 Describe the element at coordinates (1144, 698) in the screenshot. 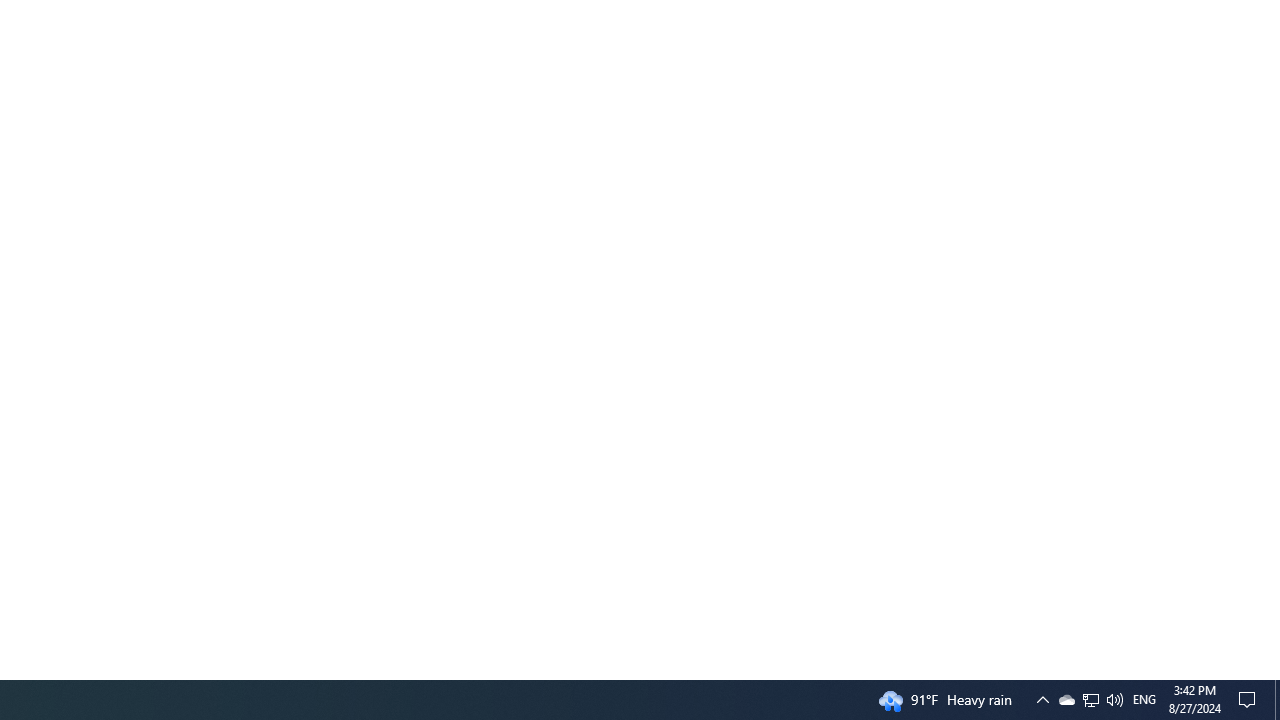

I see `'Tray Input Indicator - English (United States)'` at that location.